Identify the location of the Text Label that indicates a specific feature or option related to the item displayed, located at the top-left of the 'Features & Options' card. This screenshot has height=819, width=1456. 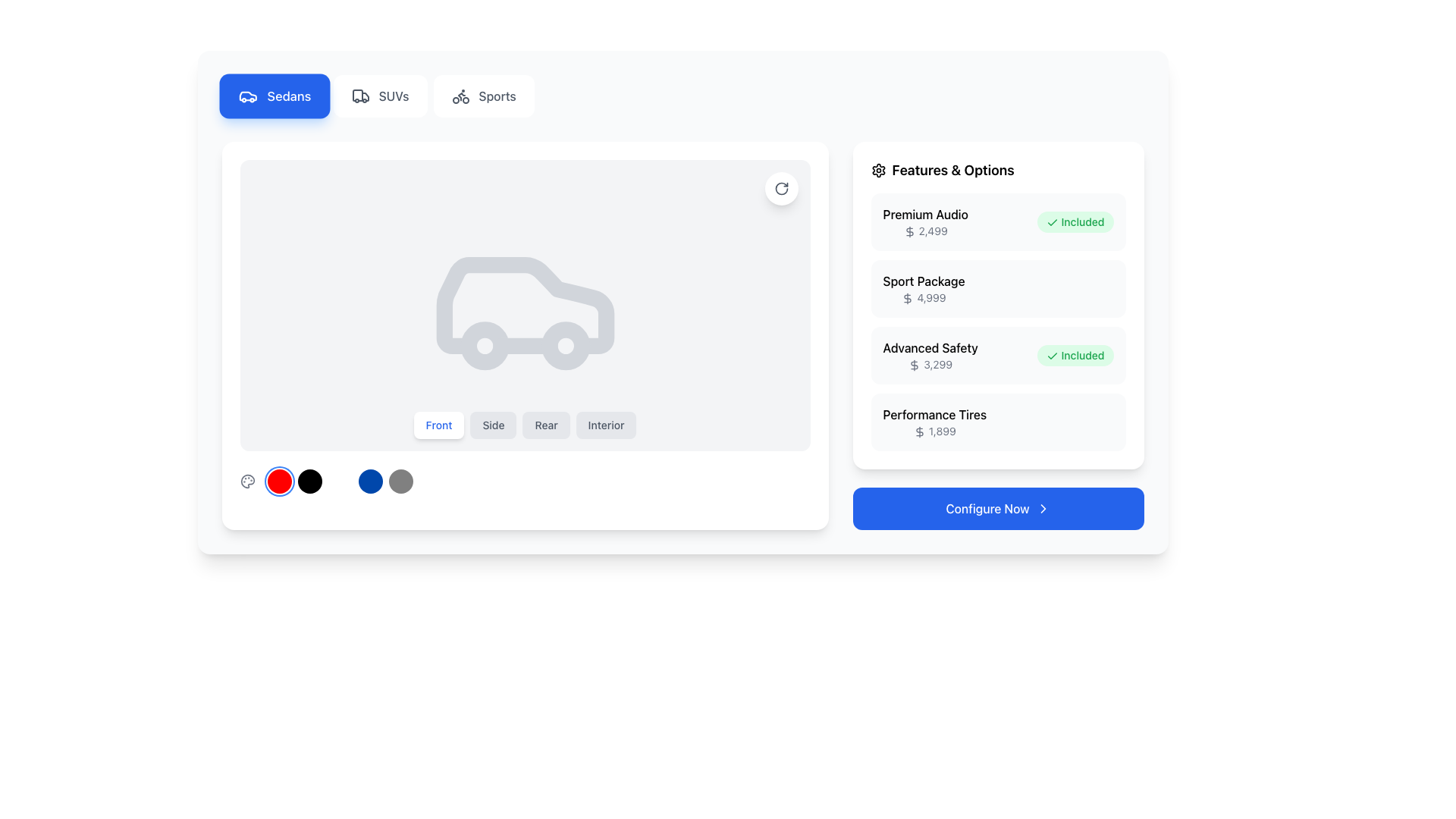
(924, 214).